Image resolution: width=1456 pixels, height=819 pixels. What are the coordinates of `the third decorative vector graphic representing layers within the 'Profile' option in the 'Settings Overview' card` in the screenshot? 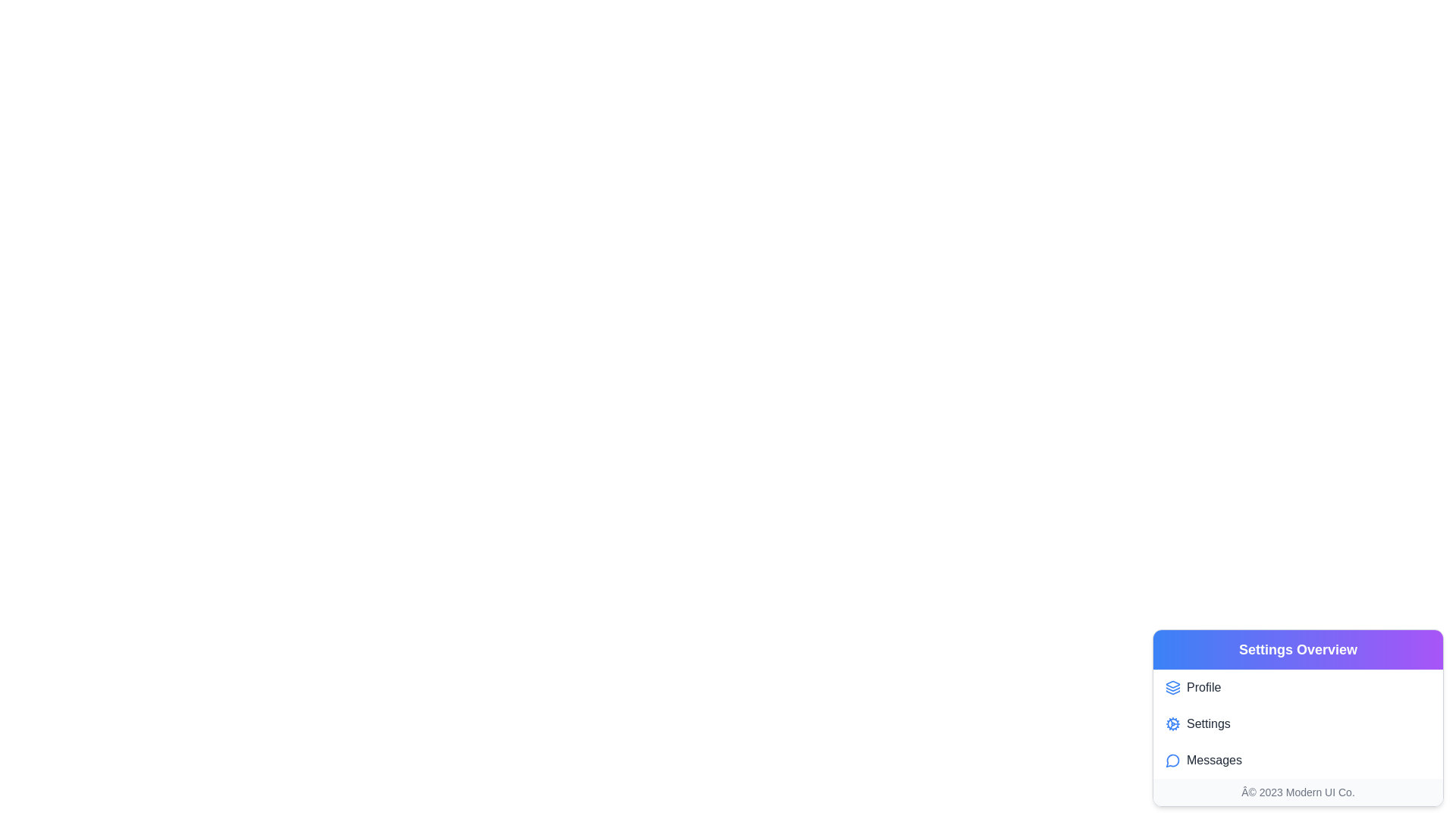 It's located at (1172, 692).